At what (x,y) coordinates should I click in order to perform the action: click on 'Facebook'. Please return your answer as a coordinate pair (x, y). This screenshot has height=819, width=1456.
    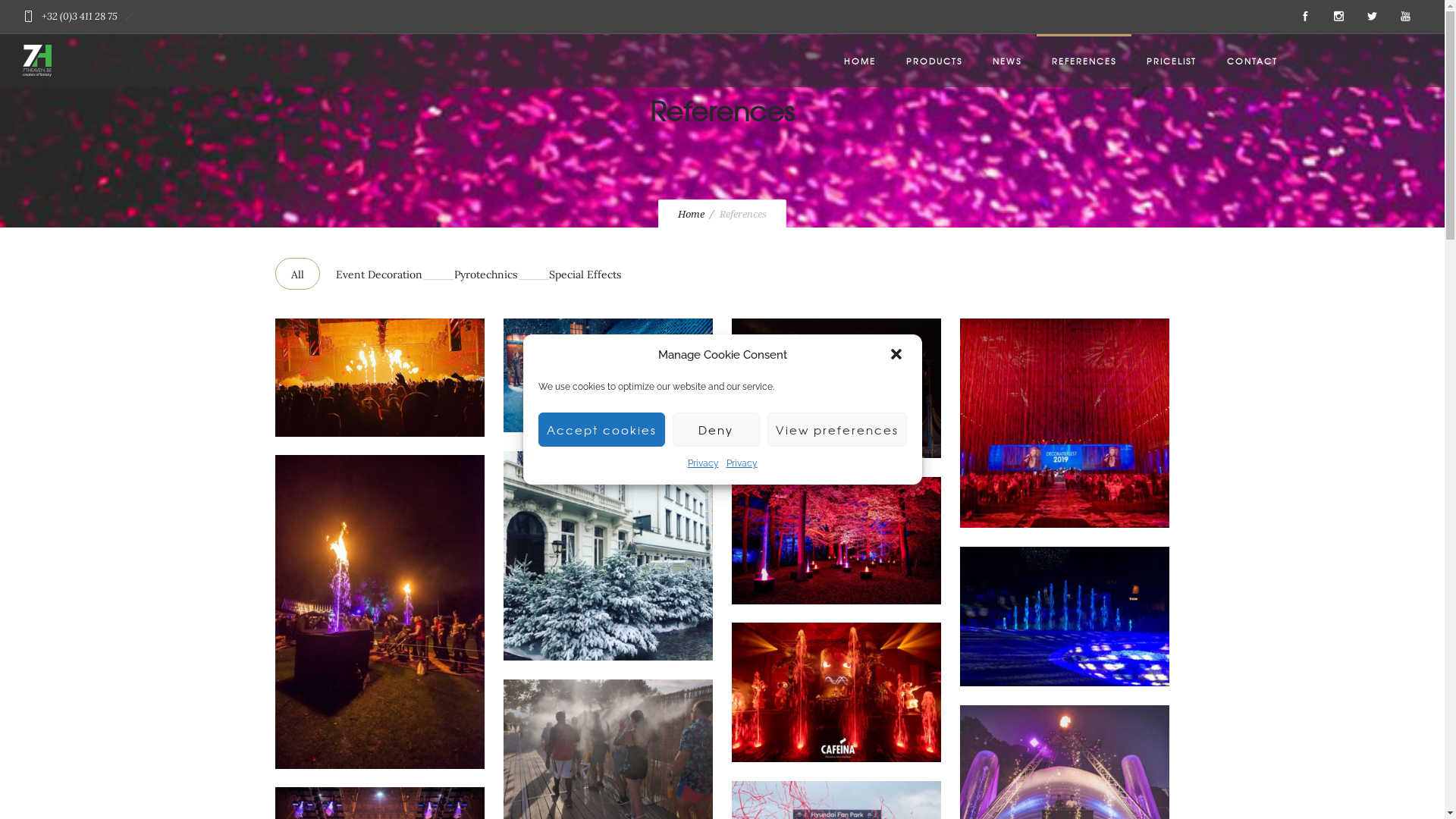
    Looking at the image, I should click on (1304, 17).